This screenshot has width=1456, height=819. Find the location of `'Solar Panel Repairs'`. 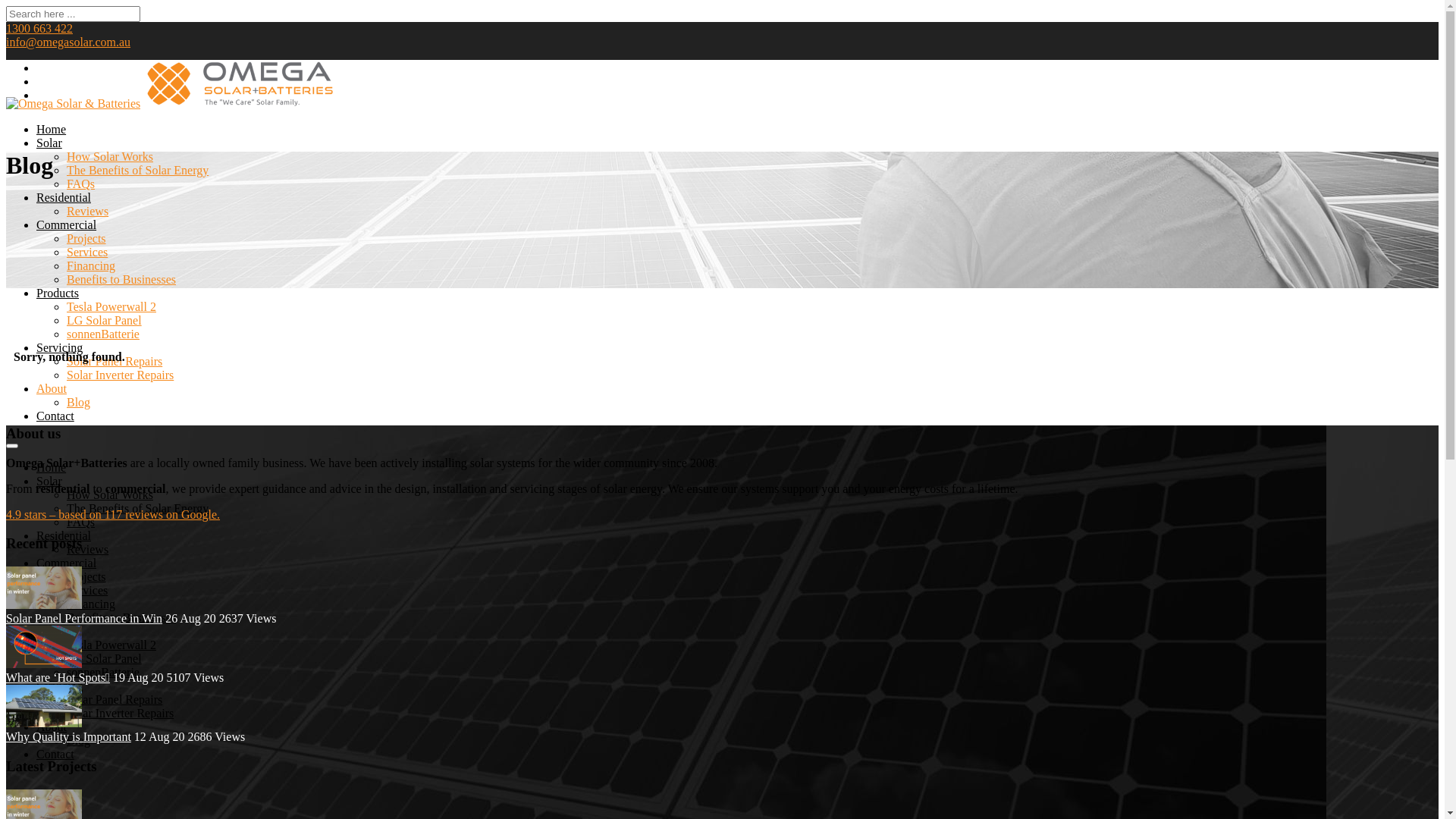

'Solar Panel Repairs' is located at coordinates (113, 699).